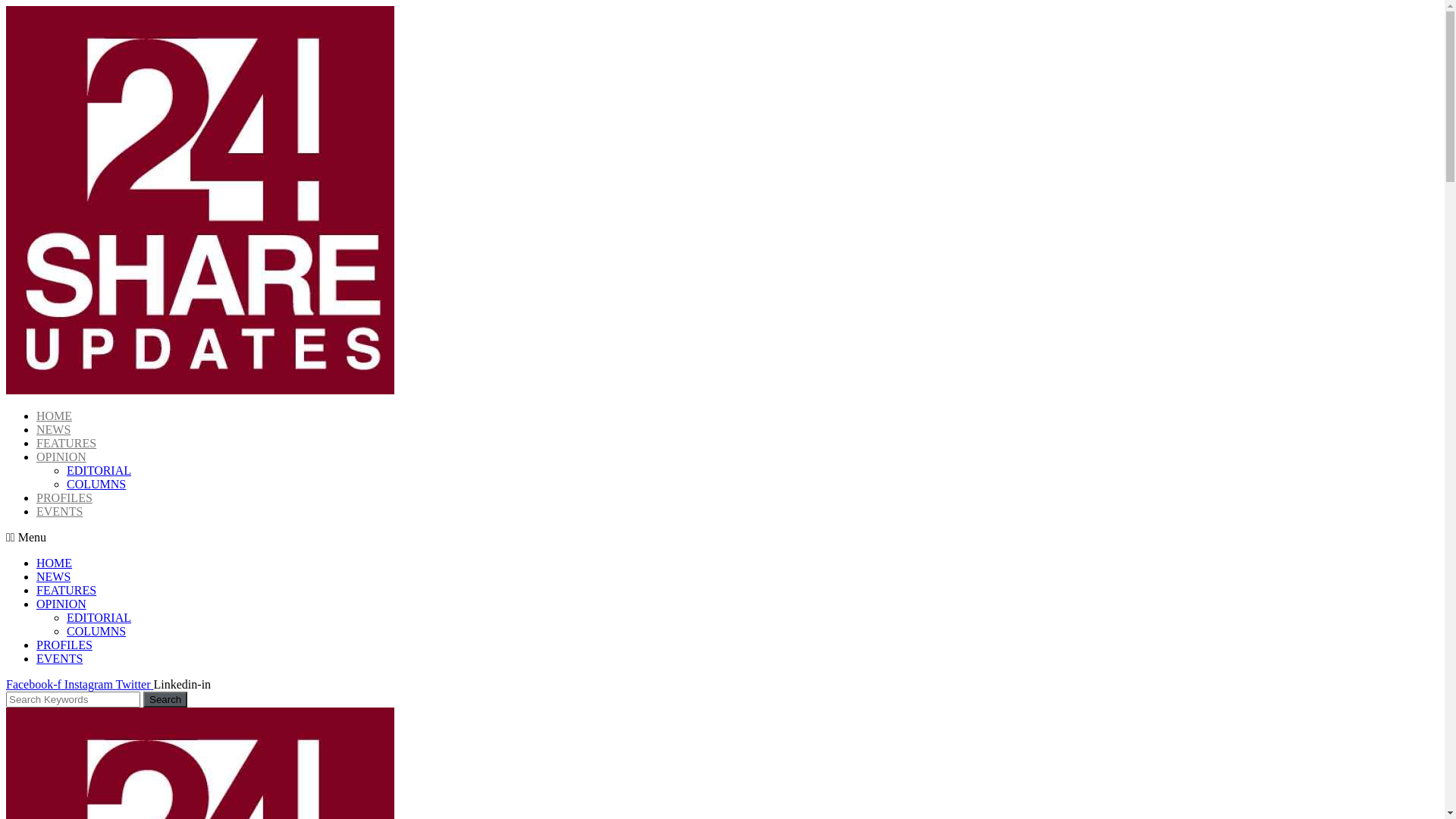 The width and height of the screenshot is (1456, 819). Describe the element at coordinates (53, 576) in the screenshot. I see `'NEWS'` at that location.